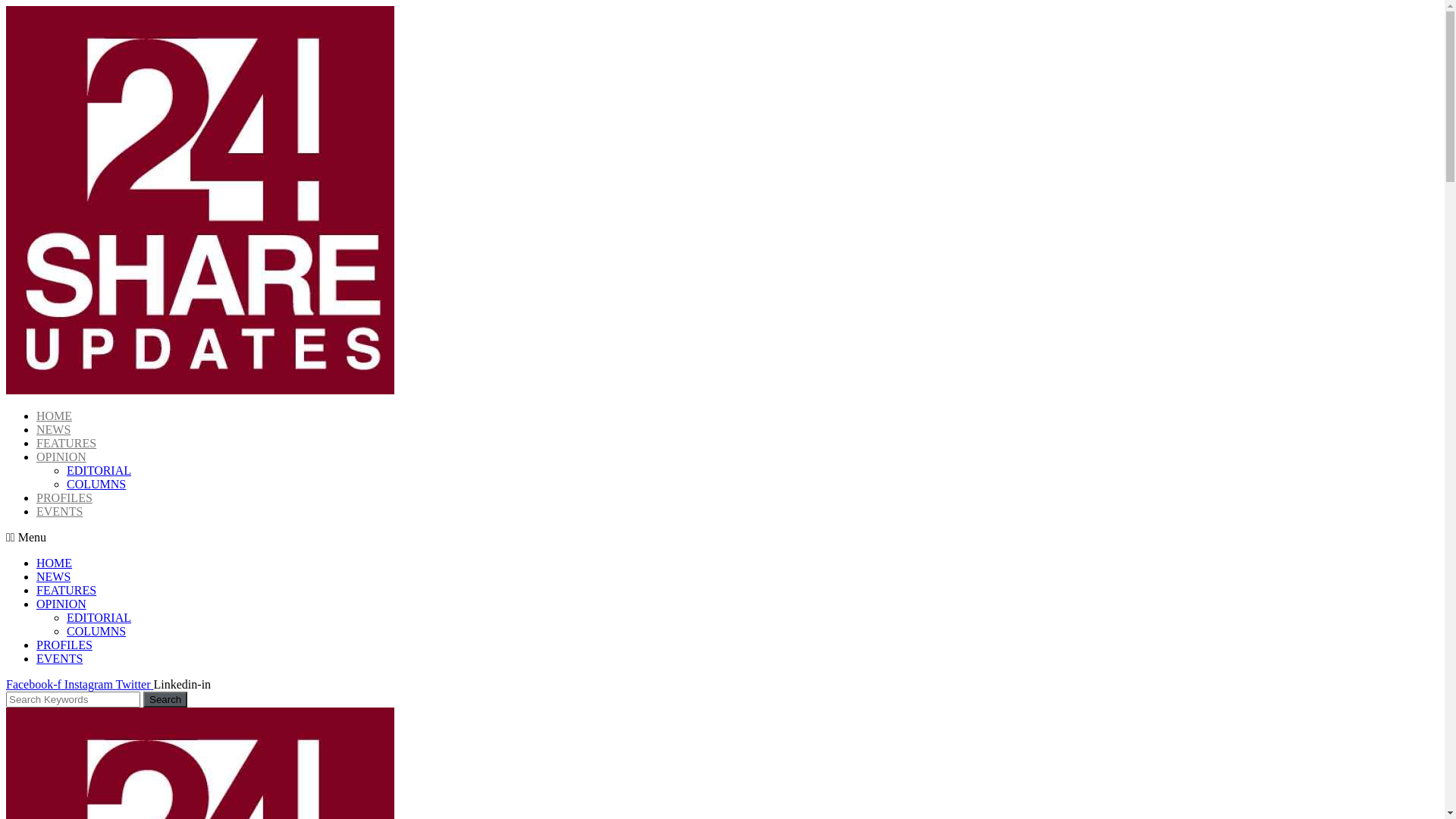 The width and height of the screenshot is (1456, 819). Describe the element at coordinates (53, 576) in the screenshot. I see `'NEWS'` at that location.